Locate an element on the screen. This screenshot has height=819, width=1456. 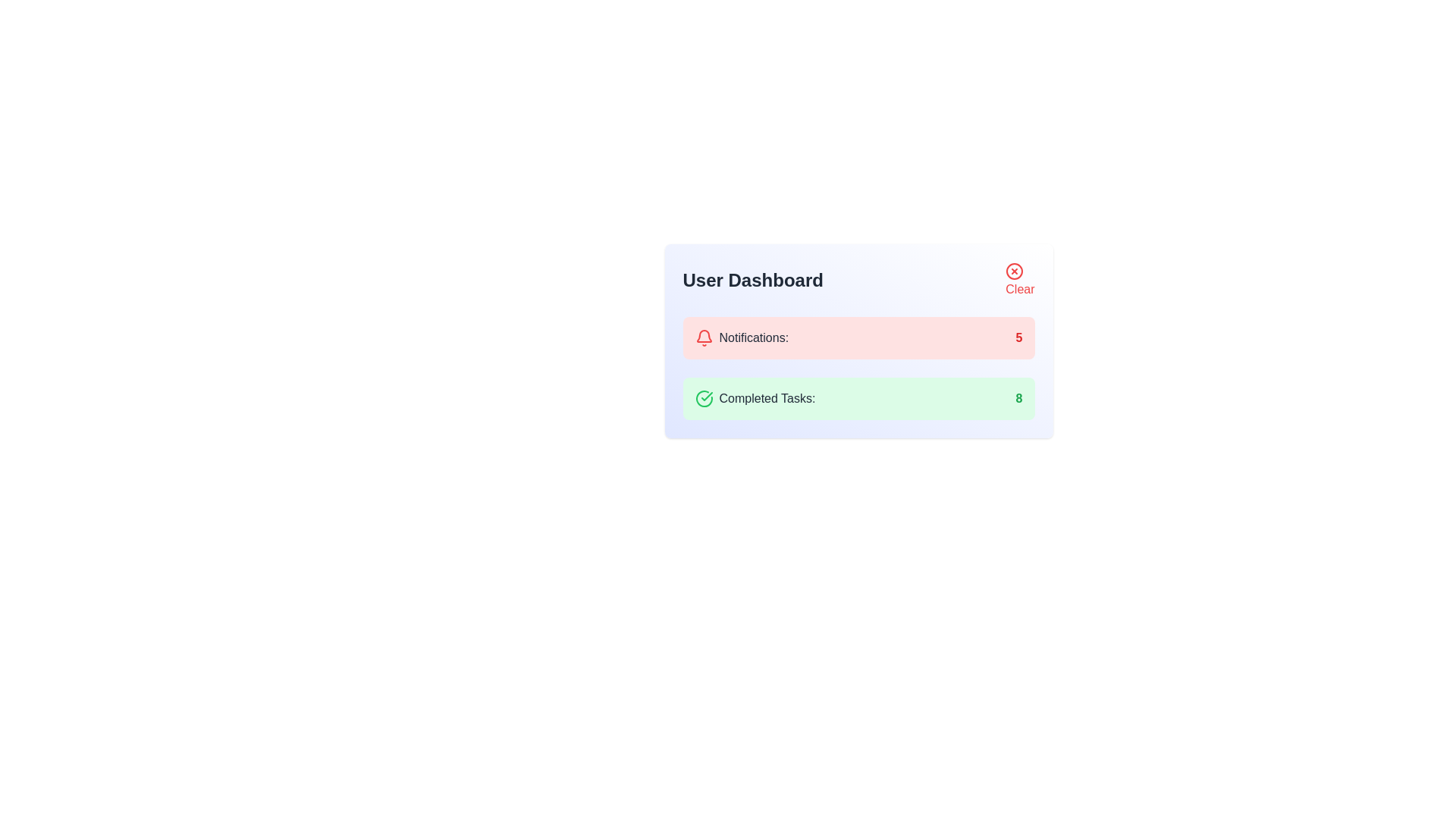
the bell icon representing the notifications feature located in the notification section of the dashboard, which opens a notification panel upon interaction is located at coordinates (703, 337).